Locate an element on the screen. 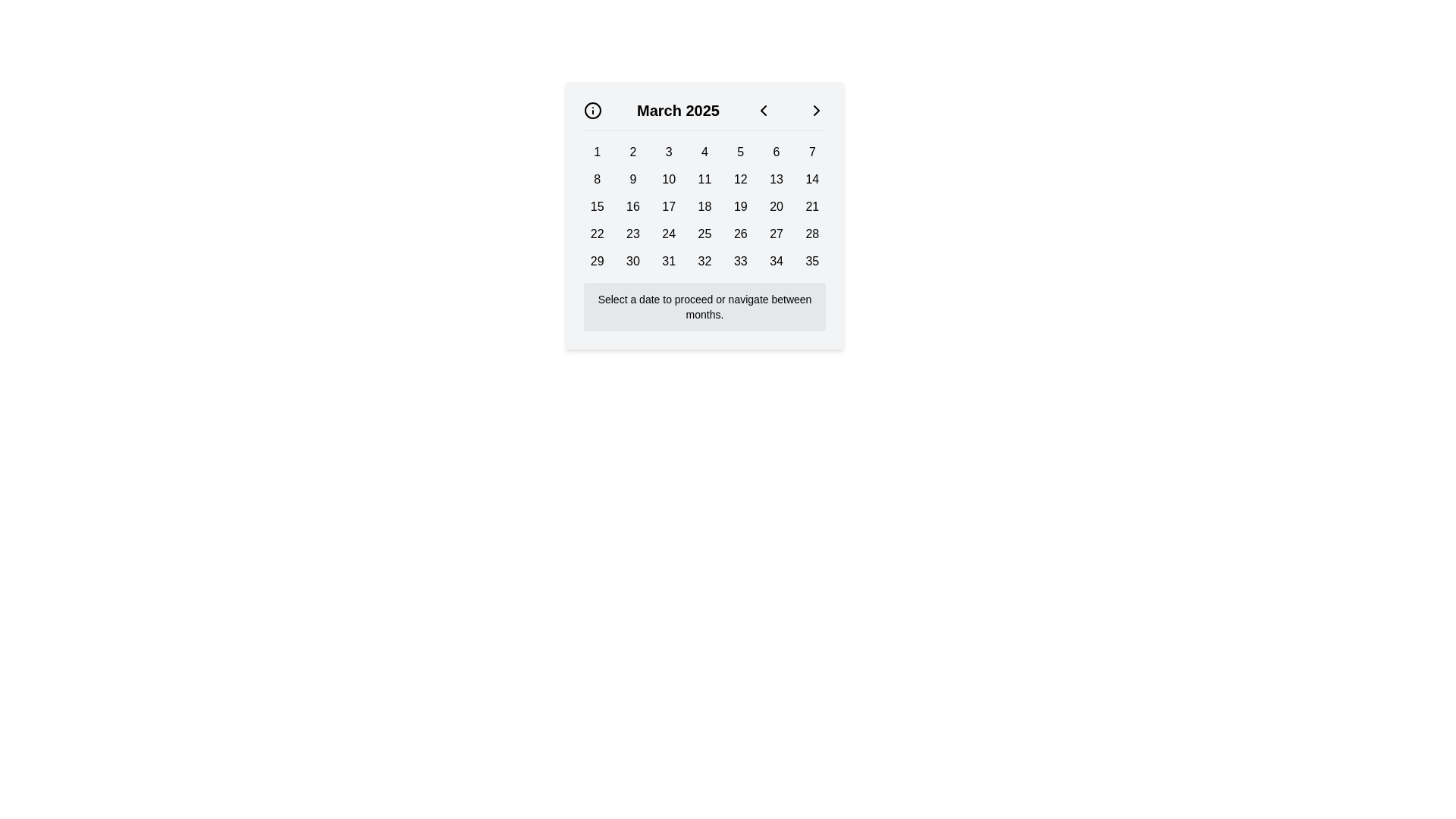 This screenshot has height=819, width=1456. the button representing the 24th day of the month in the calendar interface to focus on it is located at coordinates (668, 234).